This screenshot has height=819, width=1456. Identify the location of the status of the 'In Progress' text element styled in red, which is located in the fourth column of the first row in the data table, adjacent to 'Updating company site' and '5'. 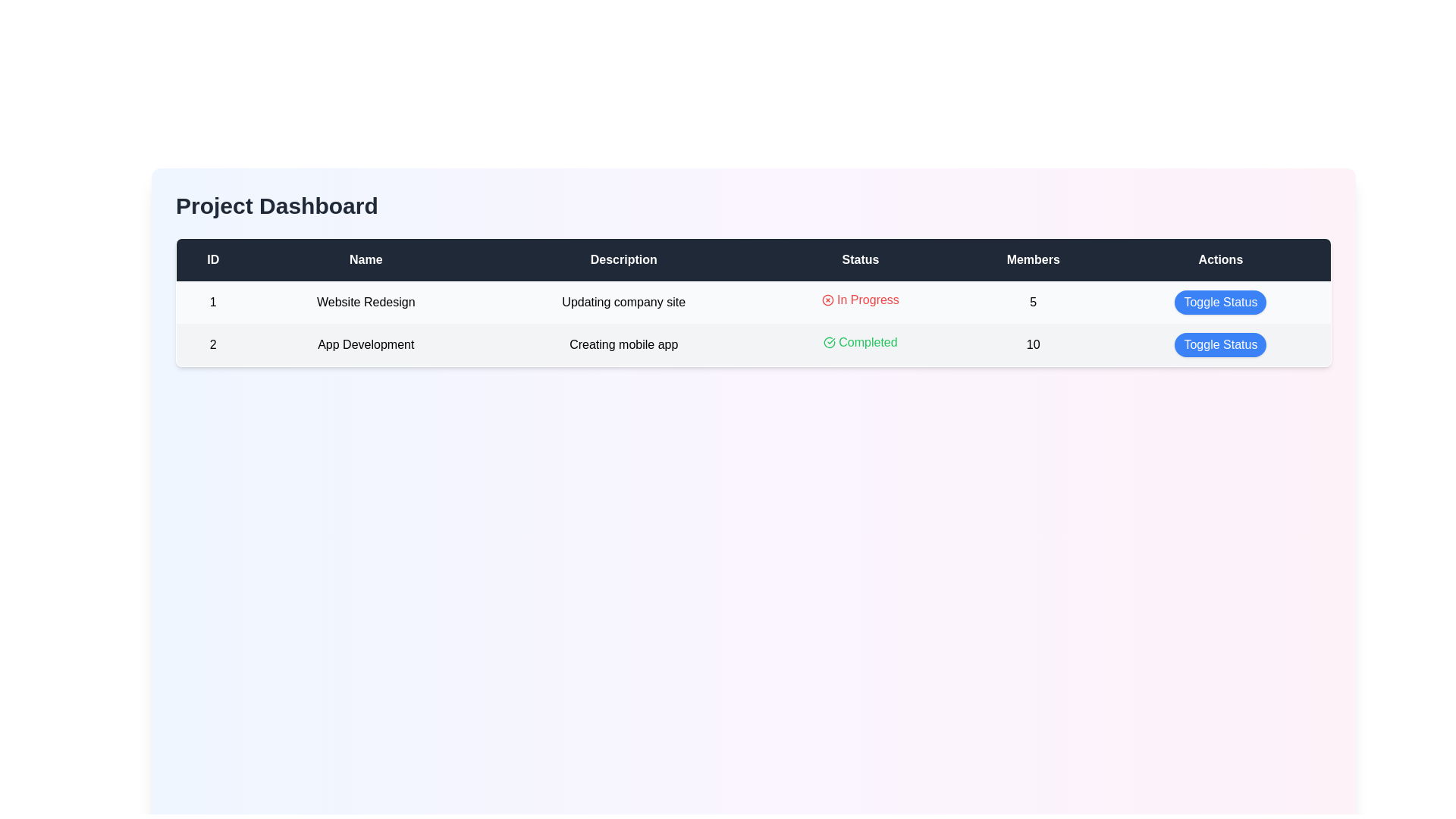
(860, 300).